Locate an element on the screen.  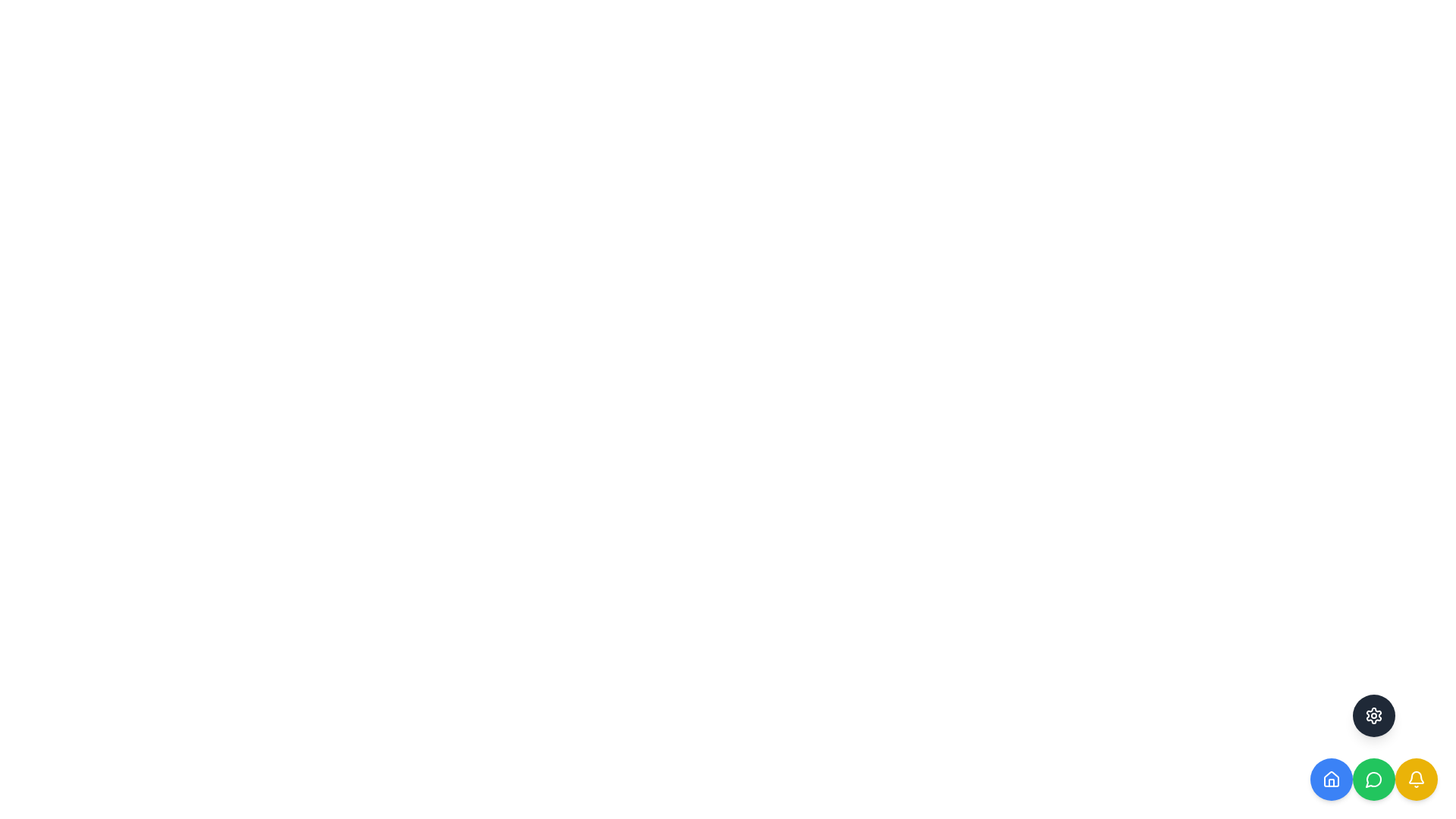
the gear icon button located at the bottom-right corner of the interface is located at coordinates (1373, 716).